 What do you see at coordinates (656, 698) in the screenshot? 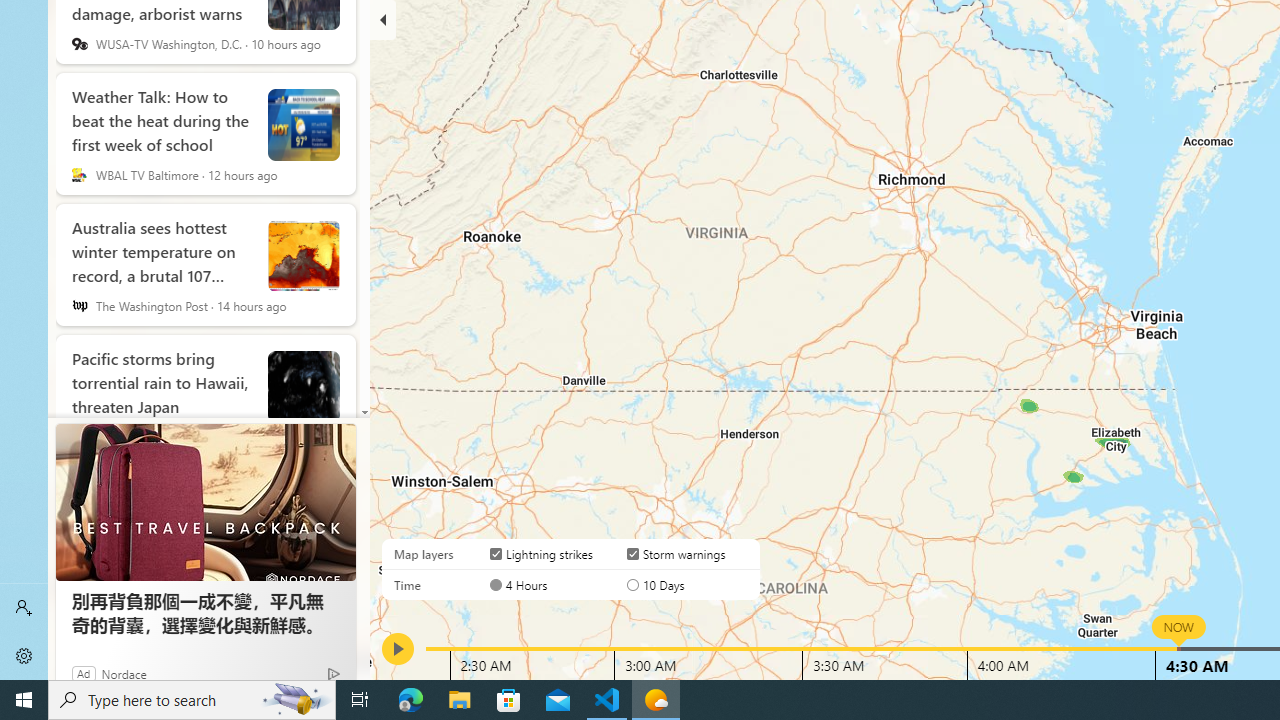
I see `'Weather - 1 running window'` at bounding box center [656, 698].